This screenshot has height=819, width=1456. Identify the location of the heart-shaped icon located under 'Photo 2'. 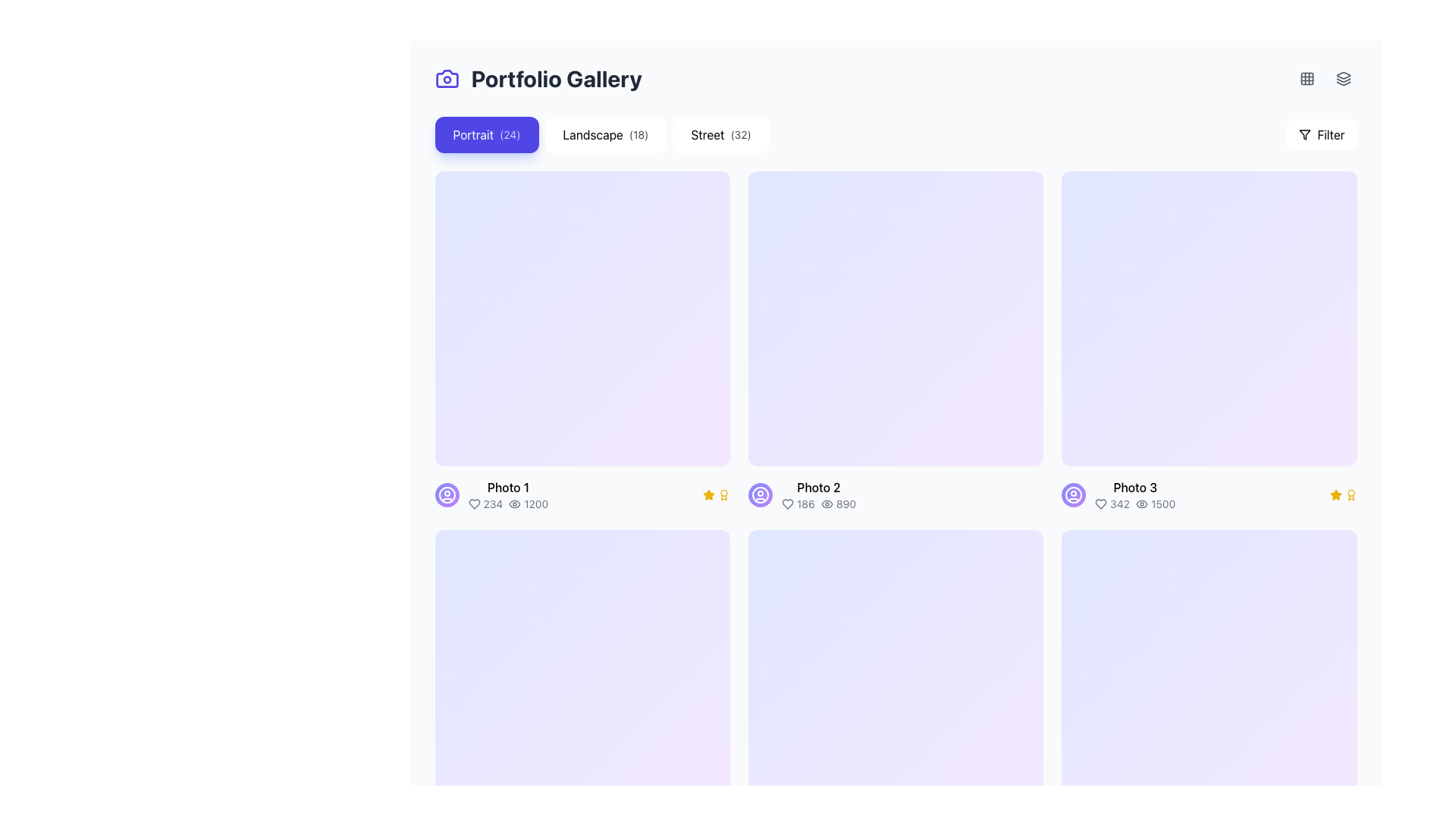
(787, 504).